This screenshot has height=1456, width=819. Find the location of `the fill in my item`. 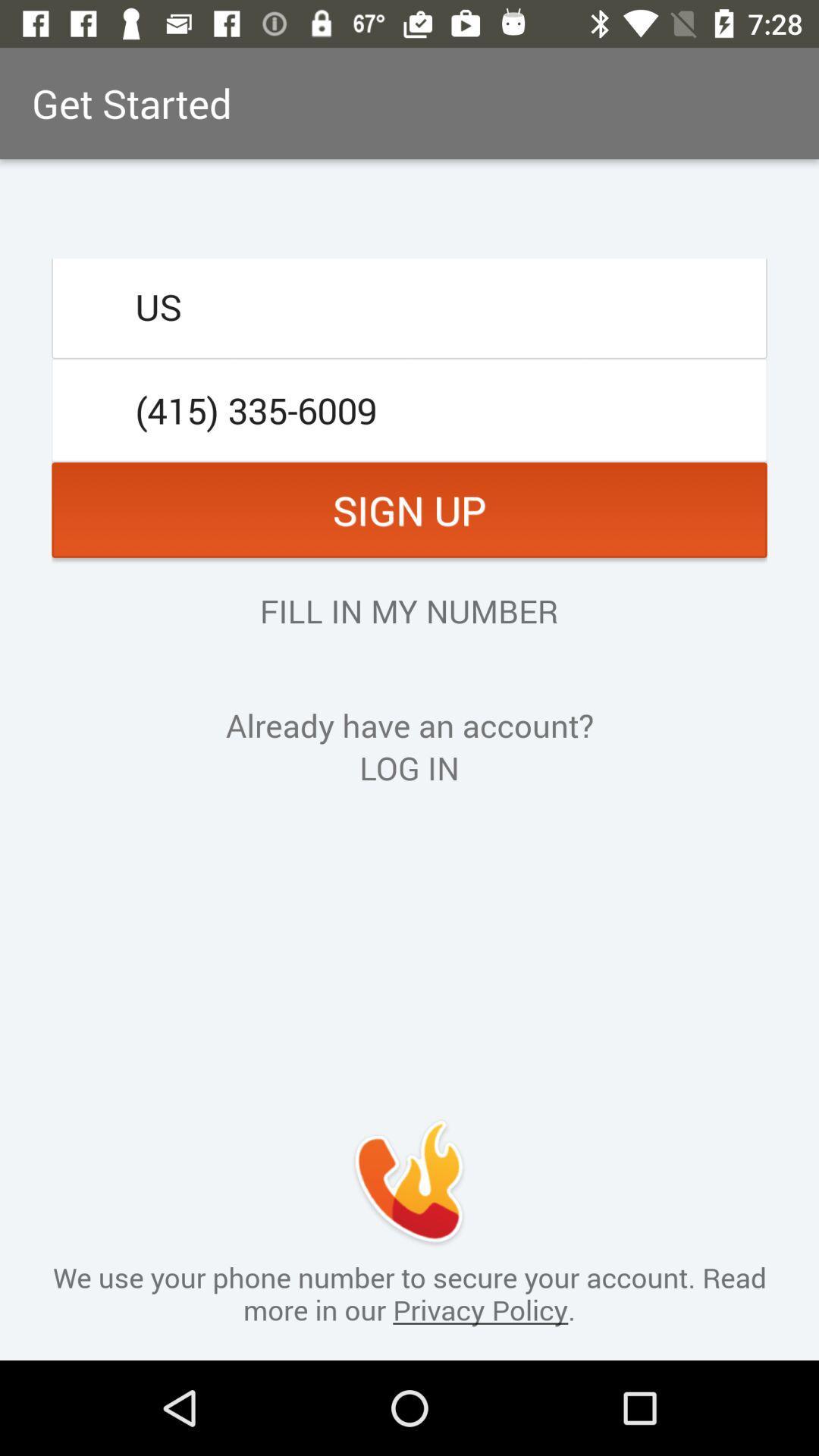

the fill in my item is located at coordinates (408, 610).